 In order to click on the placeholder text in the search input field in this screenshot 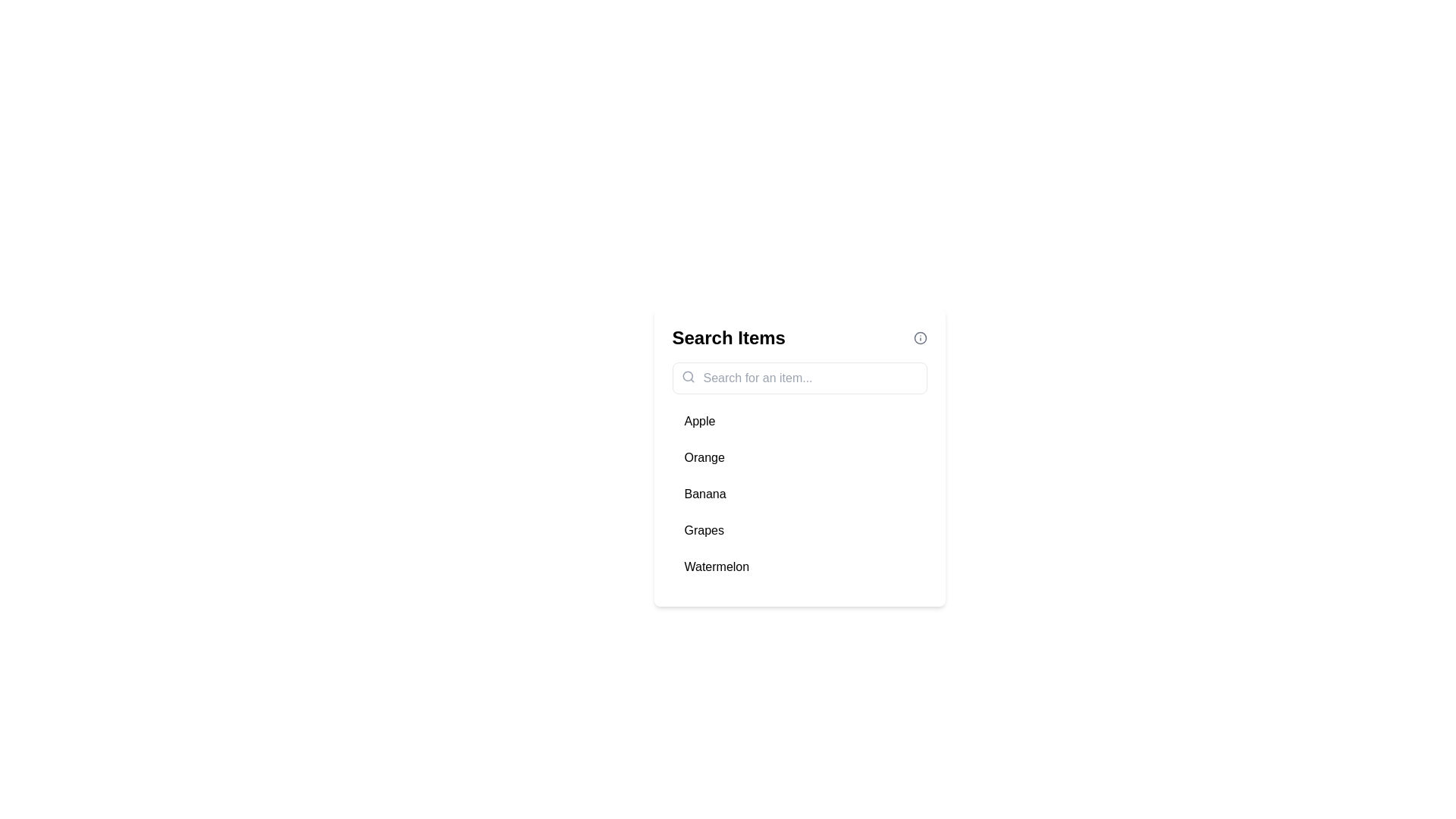, I will do `click(799, 377)`.